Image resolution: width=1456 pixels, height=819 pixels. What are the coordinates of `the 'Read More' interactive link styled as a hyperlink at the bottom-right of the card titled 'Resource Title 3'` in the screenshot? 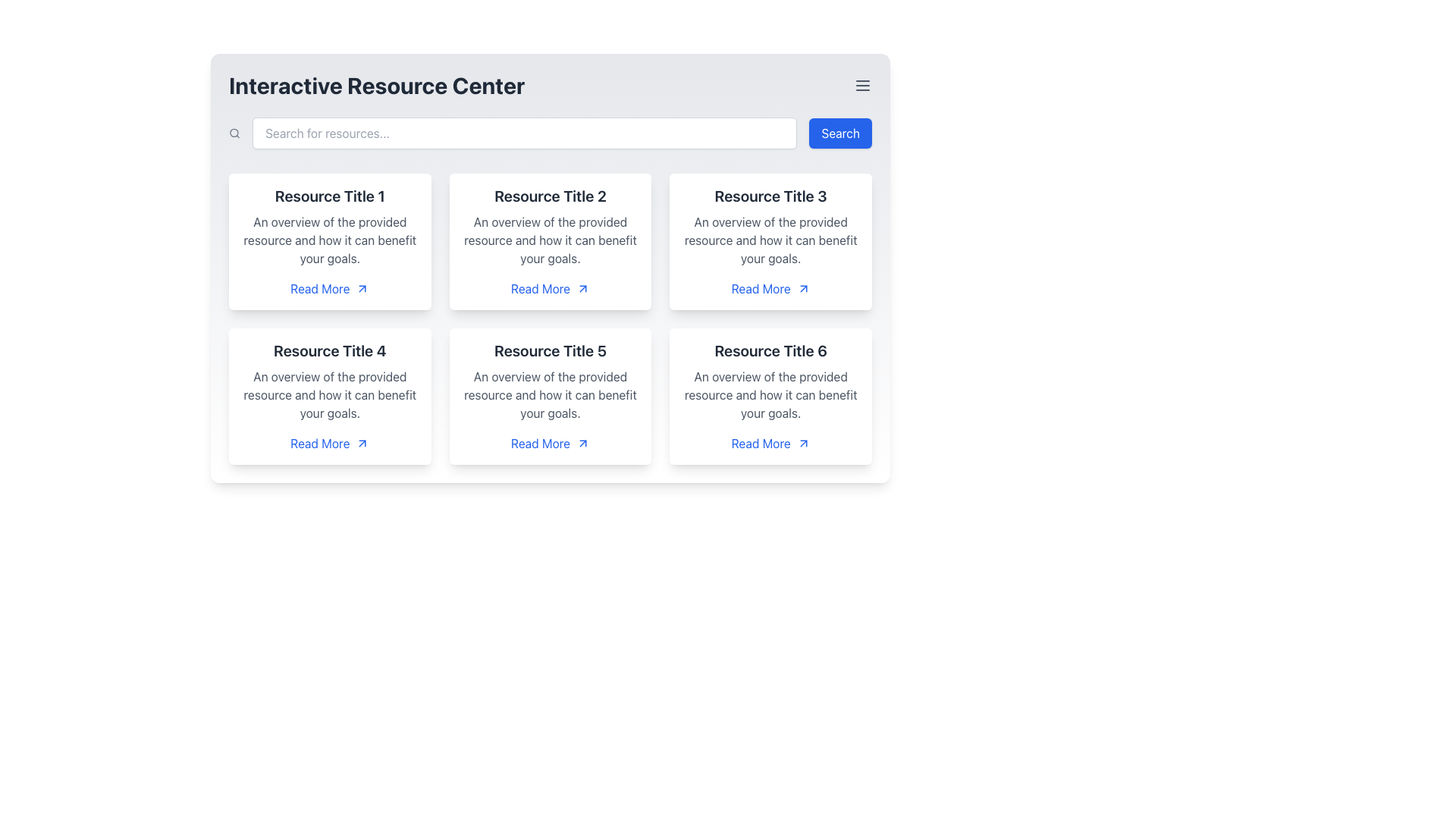 It's located at (770, 289).